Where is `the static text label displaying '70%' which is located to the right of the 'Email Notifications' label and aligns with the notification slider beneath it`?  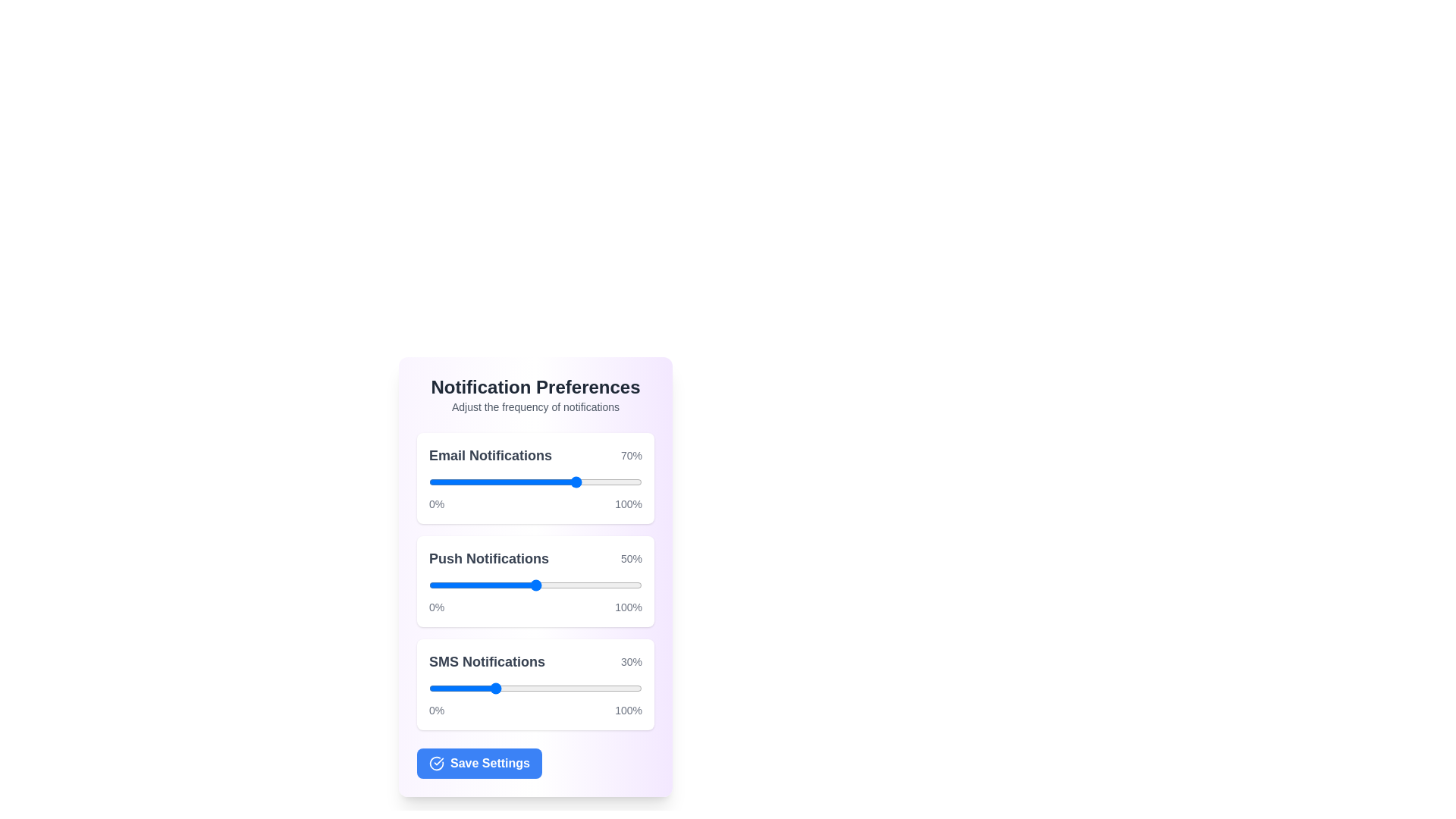 the static text label displaying '70%' which is located to the right of the 'Email Notifications' label and aligns with the notification slider beneath it is located at coordinates (631, 455).